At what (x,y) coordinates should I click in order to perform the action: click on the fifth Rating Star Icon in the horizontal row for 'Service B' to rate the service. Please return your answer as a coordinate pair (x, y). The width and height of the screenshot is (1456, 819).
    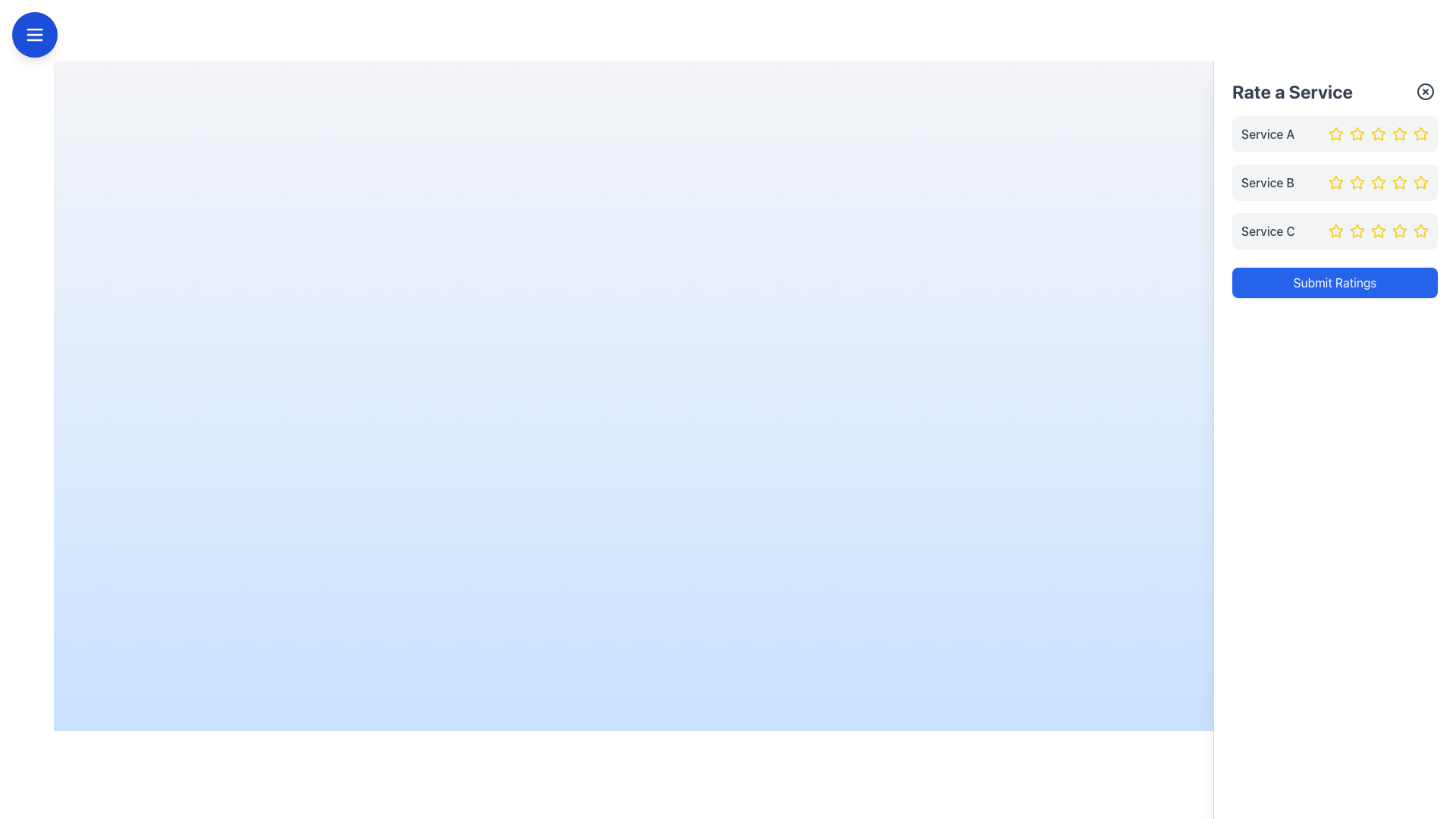
    Looking at the image, I should click on (1420, 181).